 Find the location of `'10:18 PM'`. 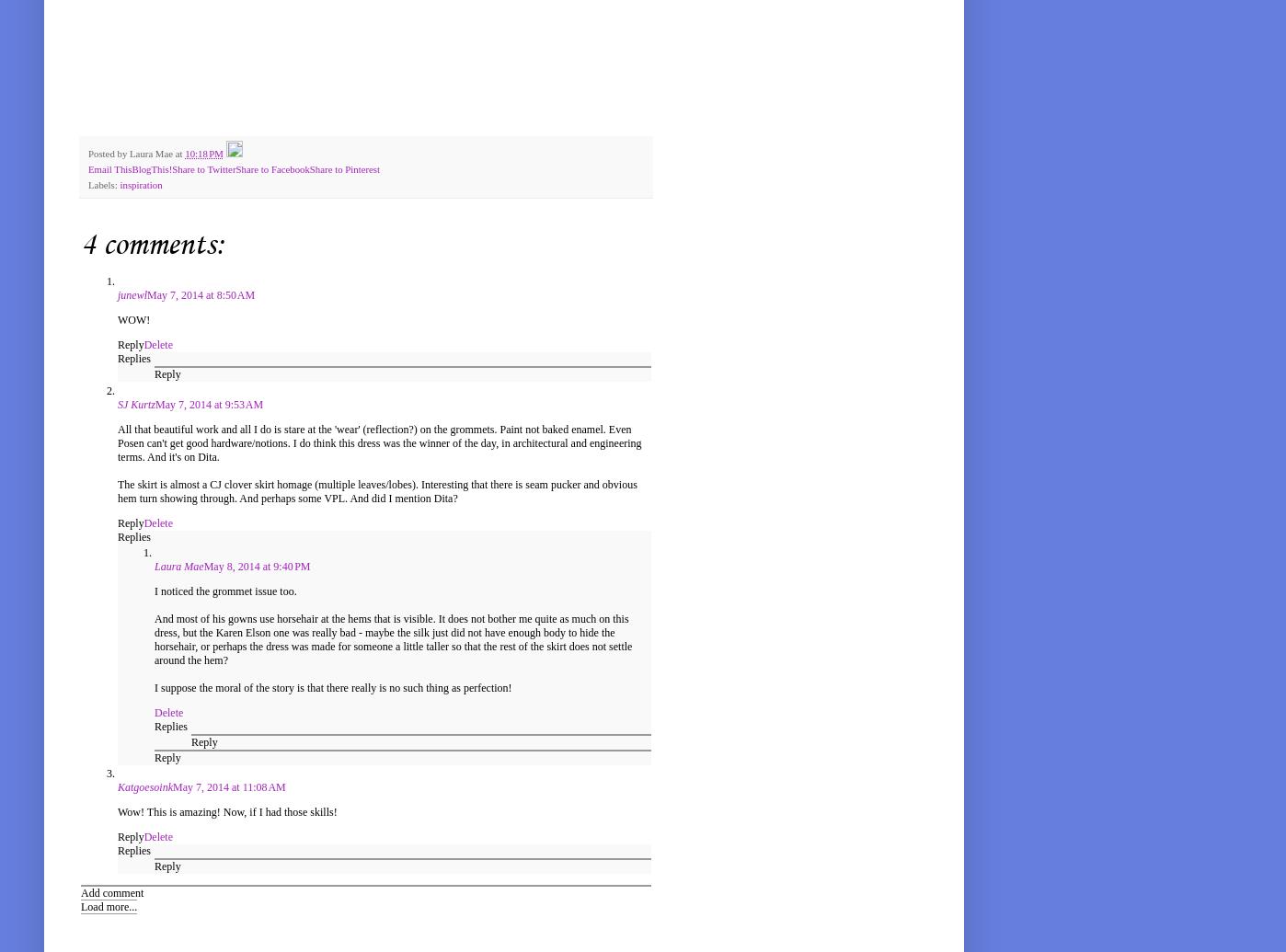

'10:18 PM' is located at coordinates (203, 153).